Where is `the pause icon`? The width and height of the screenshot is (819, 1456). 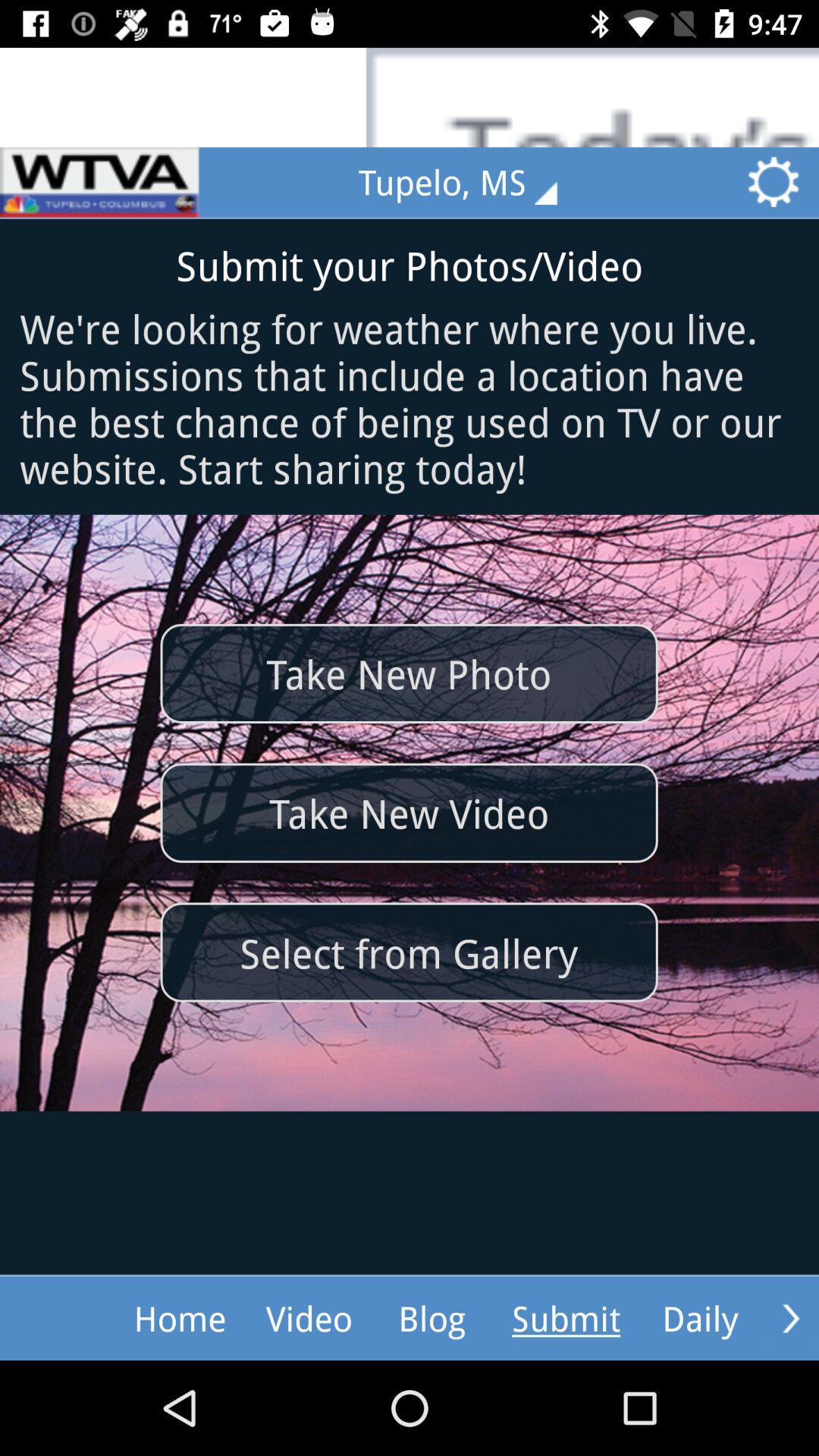 the pause icon is located at coordinates (99, 182).